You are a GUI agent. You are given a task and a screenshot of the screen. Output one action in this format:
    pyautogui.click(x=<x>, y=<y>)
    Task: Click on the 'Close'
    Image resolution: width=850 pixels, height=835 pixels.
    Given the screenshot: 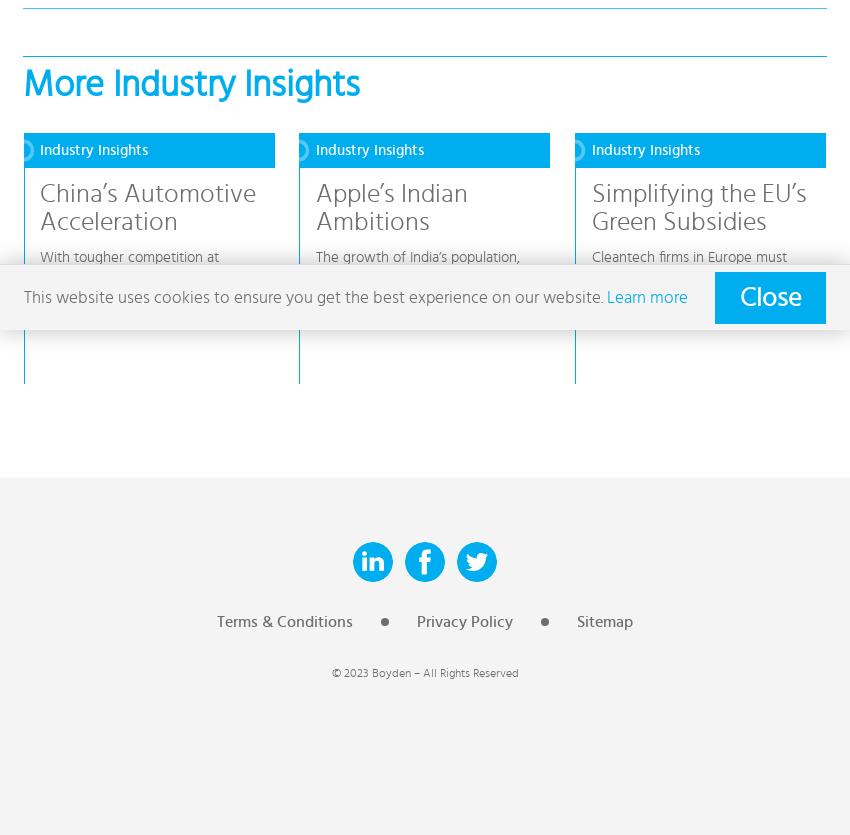 What is the action you would take?
    pyautogui.click(x=740, y=296)
    